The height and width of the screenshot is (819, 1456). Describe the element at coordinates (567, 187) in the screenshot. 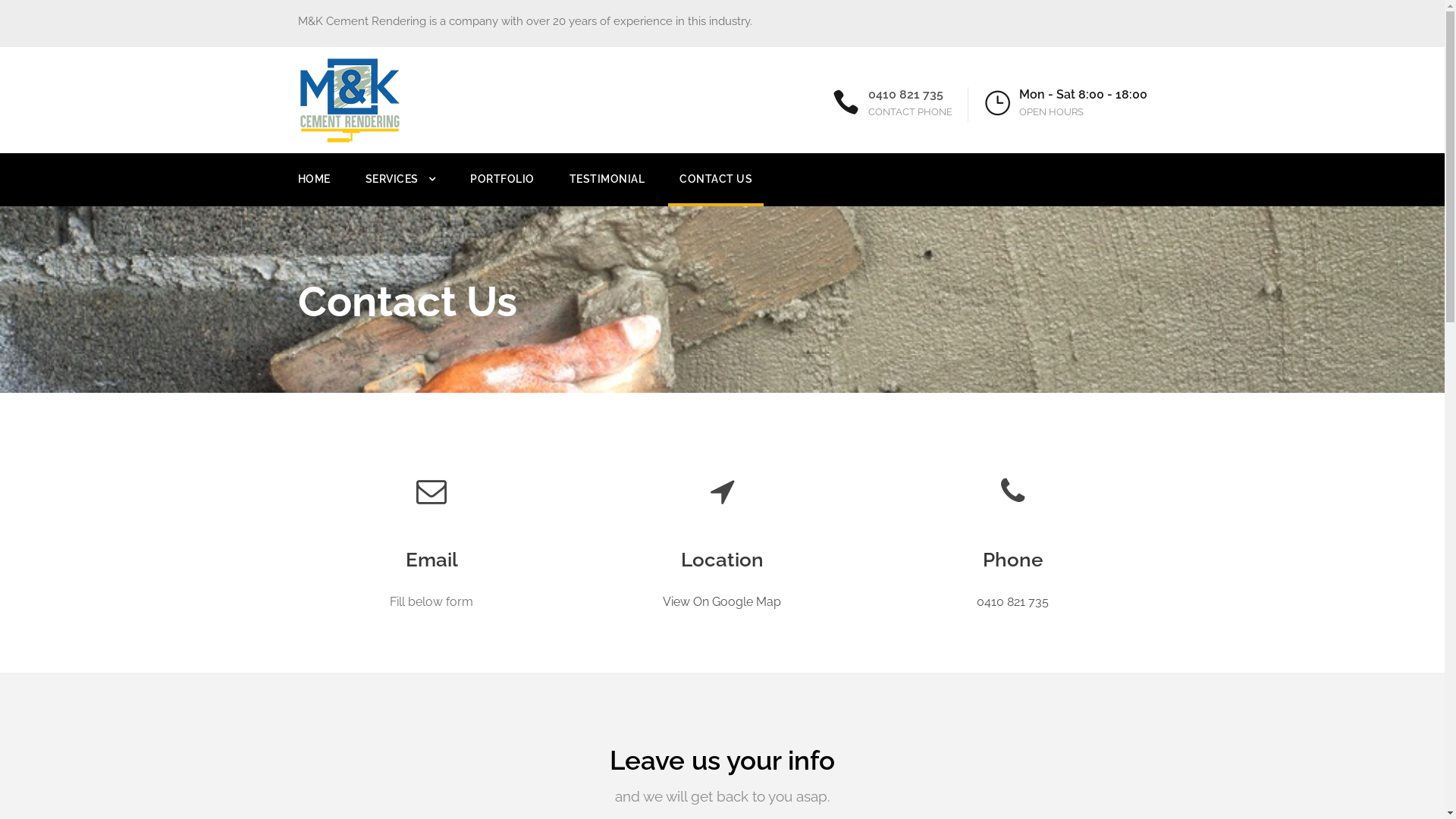

I see `'TESTIMONIAL'` at that location.